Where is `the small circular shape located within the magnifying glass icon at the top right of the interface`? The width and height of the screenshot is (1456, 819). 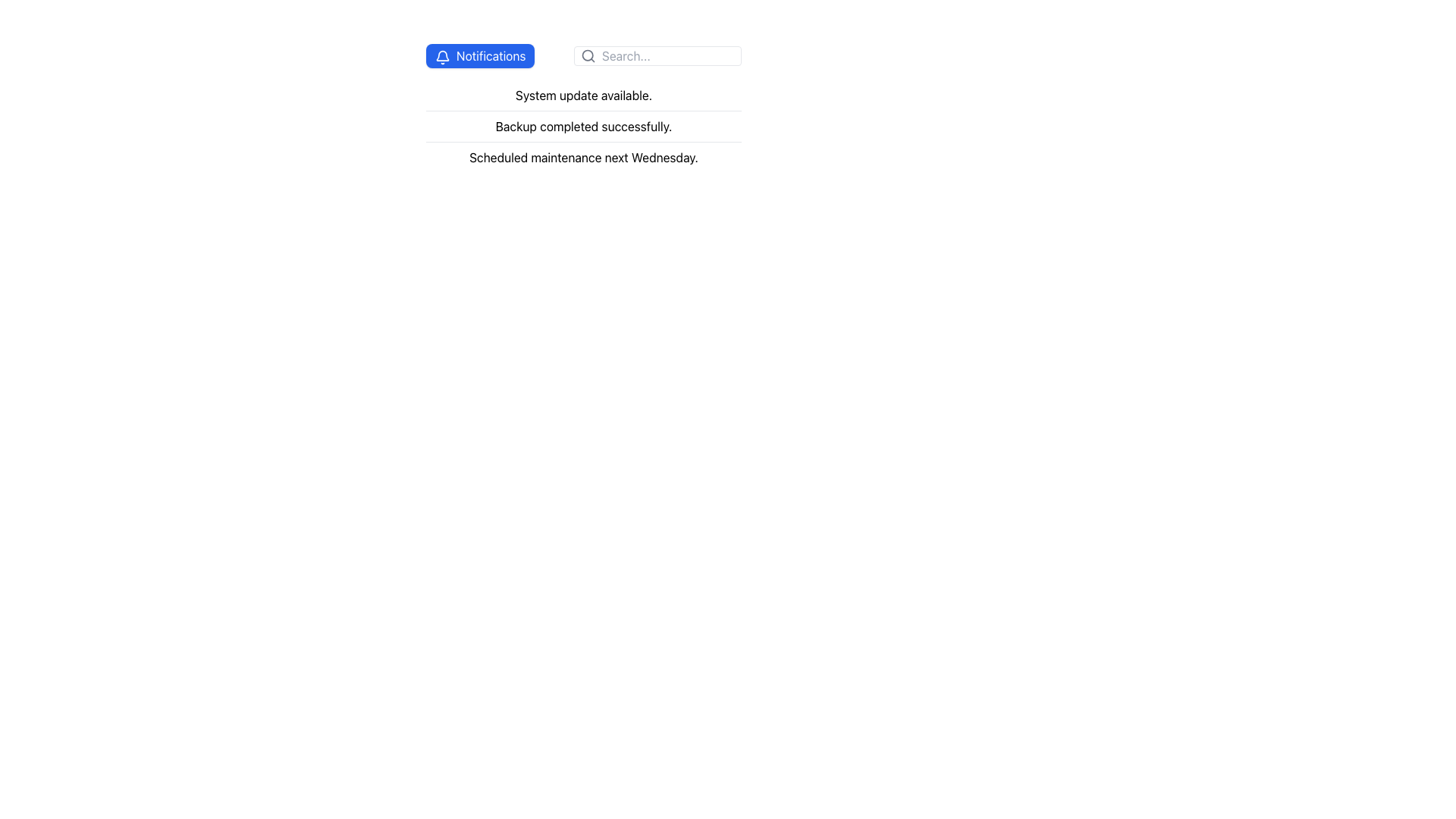 the small circular shape located within the magnifying glass icon at the top right of the interface is located at coordinates (587, 55).